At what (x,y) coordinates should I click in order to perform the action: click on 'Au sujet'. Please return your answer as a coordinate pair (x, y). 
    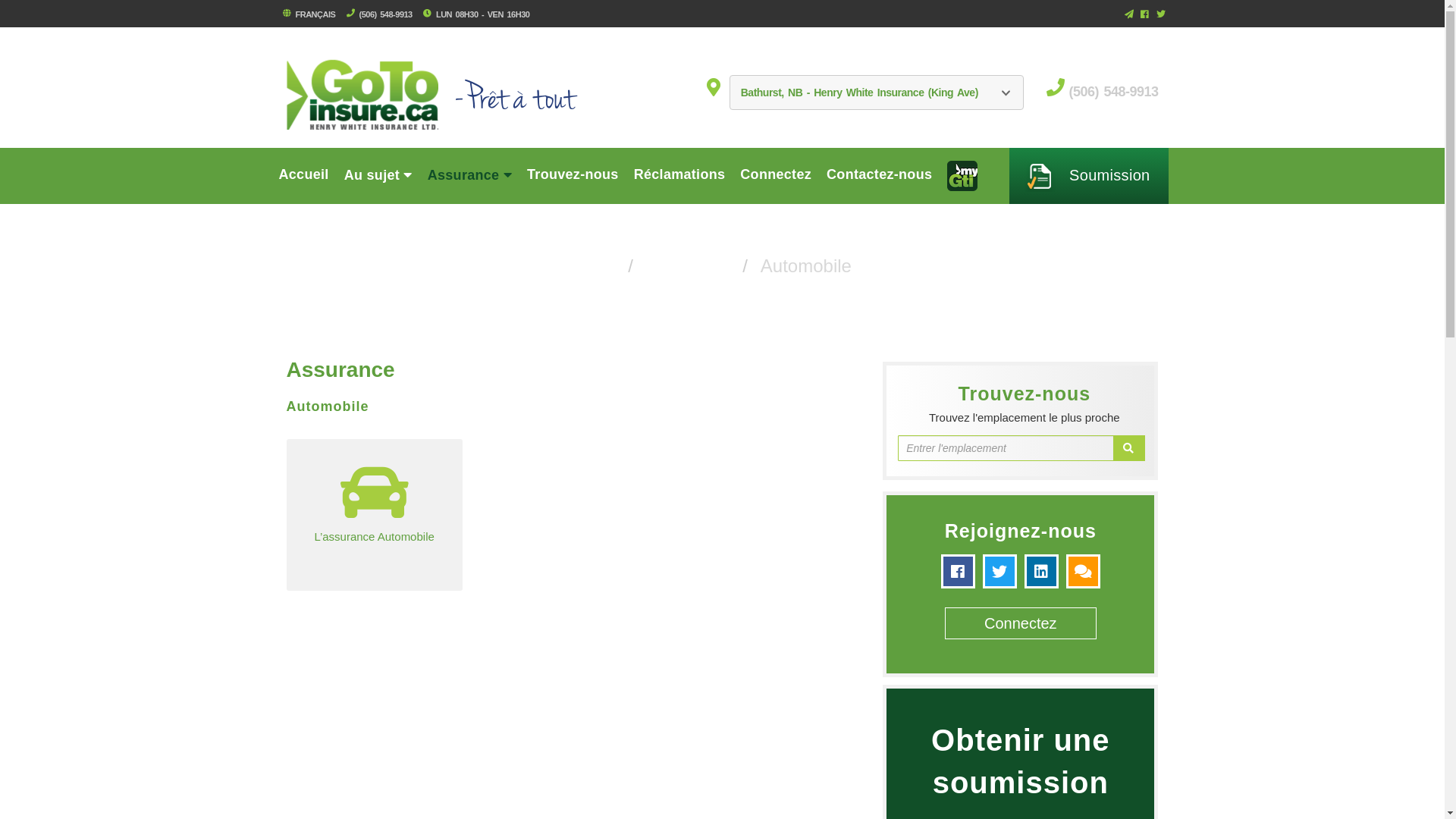
    Looking at the image, I should click on (378, 174).